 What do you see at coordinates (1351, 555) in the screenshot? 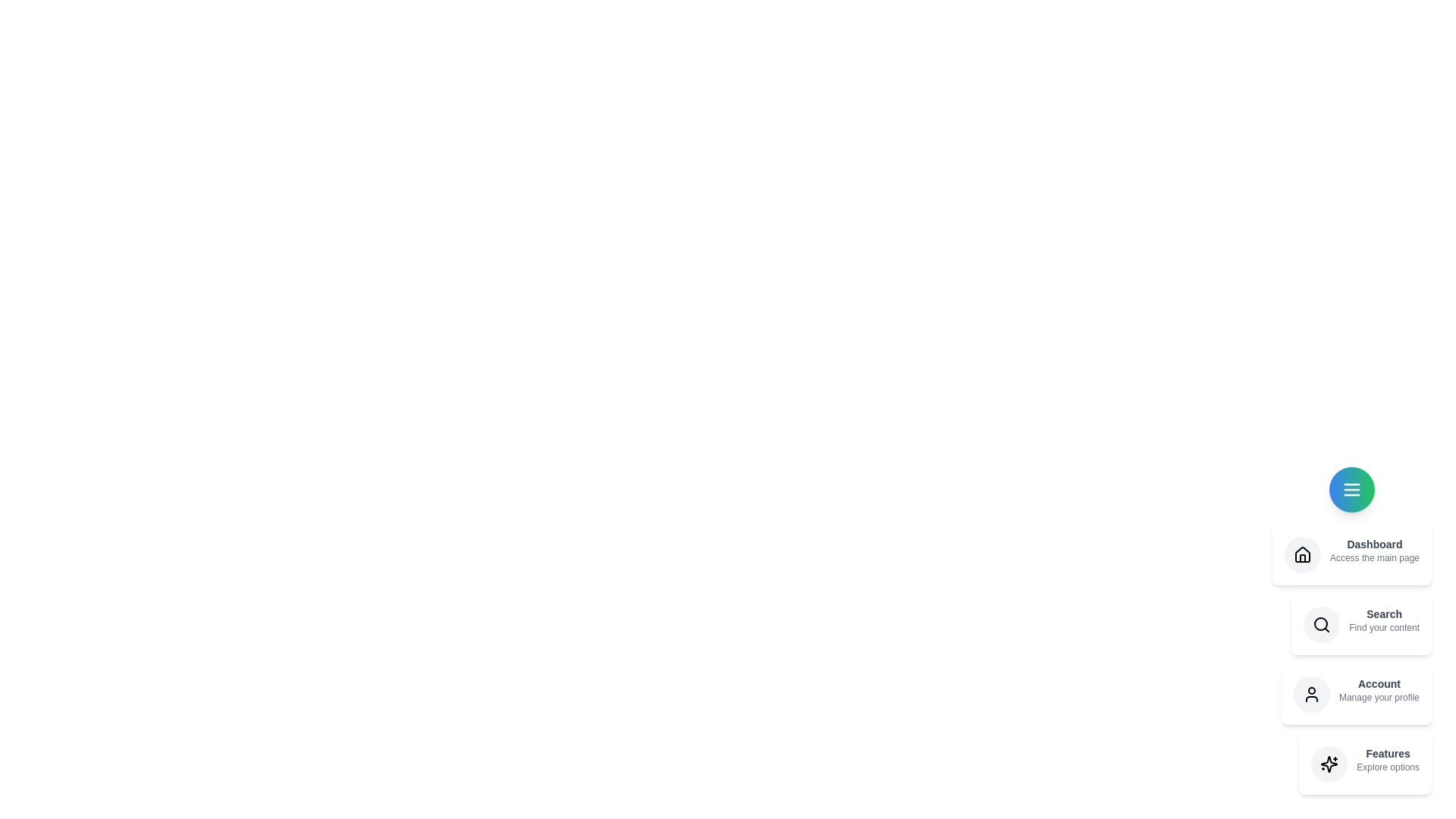
I see `the description of the menu item labeled Dashboard` at bounding box center [1351, 555].